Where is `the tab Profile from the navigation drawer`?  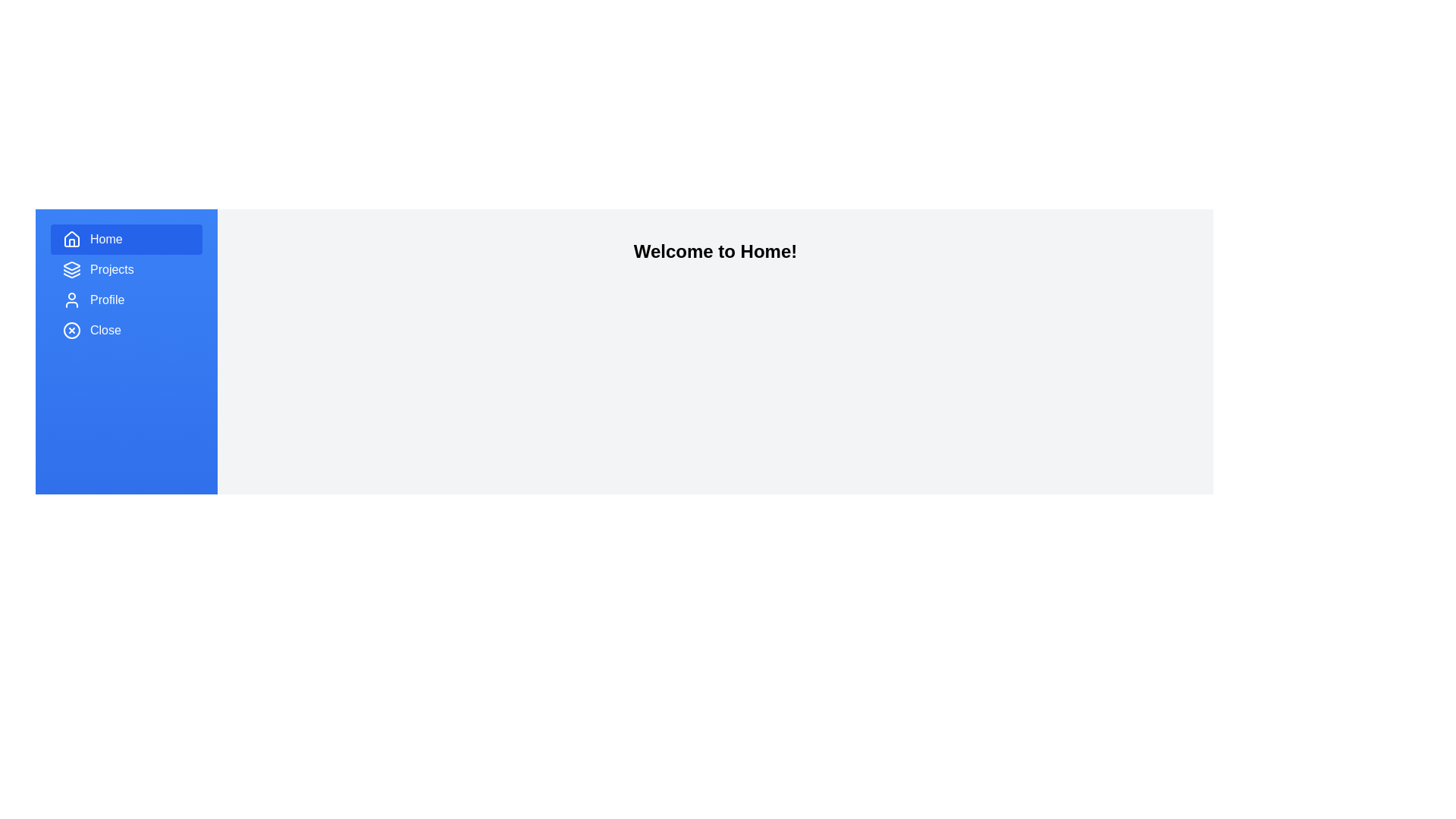 the tab Profile from the navigation drawer is located at coordinates (127, 300).